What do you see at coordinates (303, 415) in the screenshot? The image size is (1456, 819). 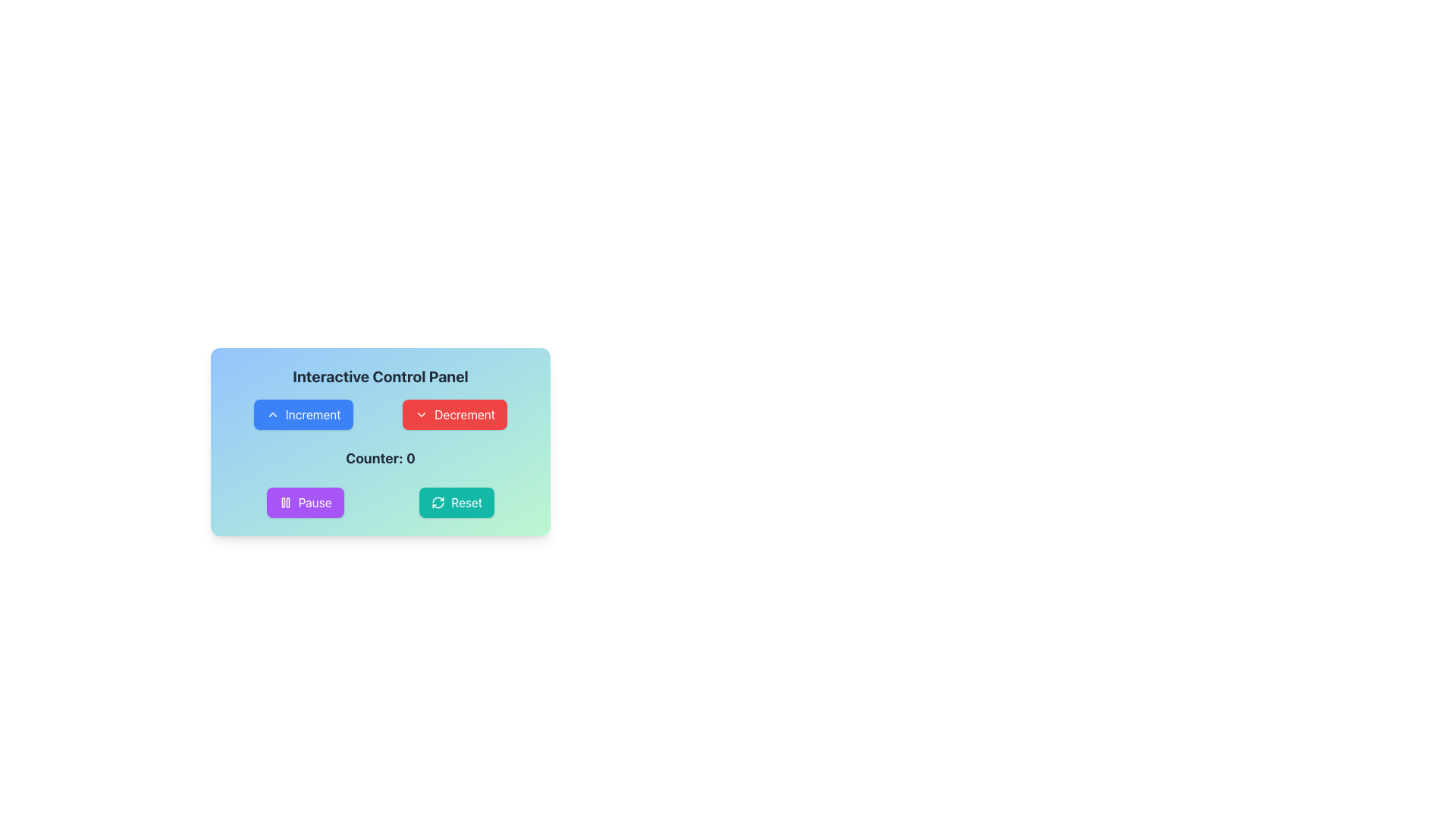 I see `the leftmost button in the 'Interactive Control Panel' to increment the counter value by one` at bounding box center [303, 415].